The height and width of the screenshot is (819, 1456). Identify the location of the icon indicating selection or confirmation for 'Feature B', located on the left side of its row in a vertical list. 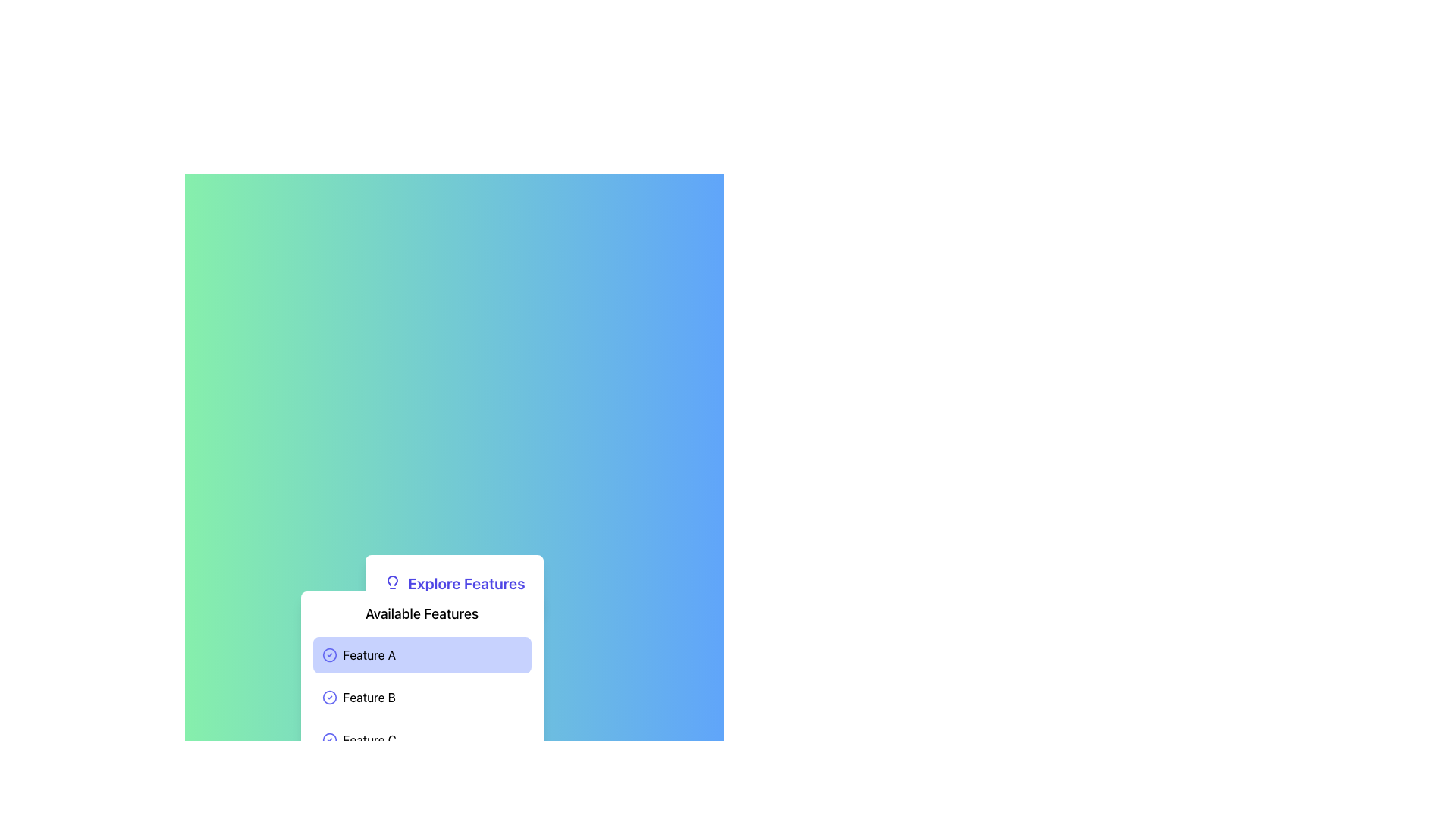
(328, 698).